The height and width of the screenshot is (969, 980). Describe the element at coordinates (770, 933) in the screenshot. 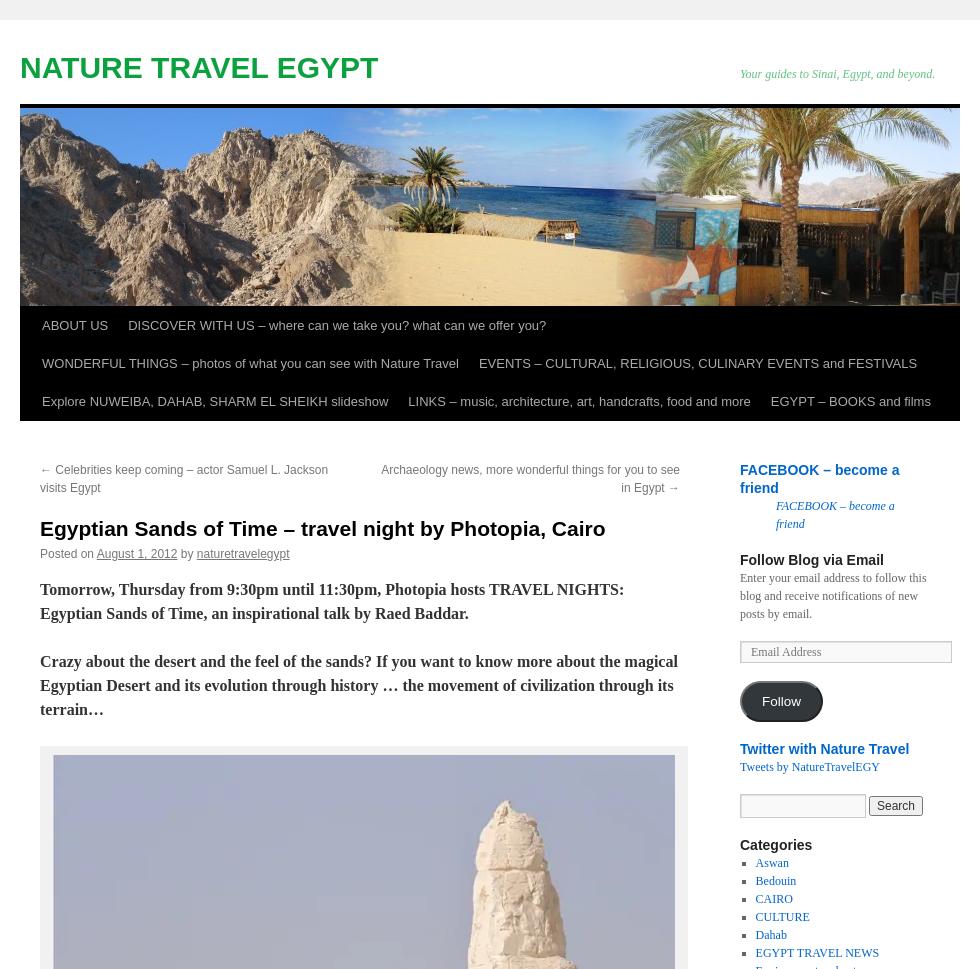

I see `'Dahab'` at that location.